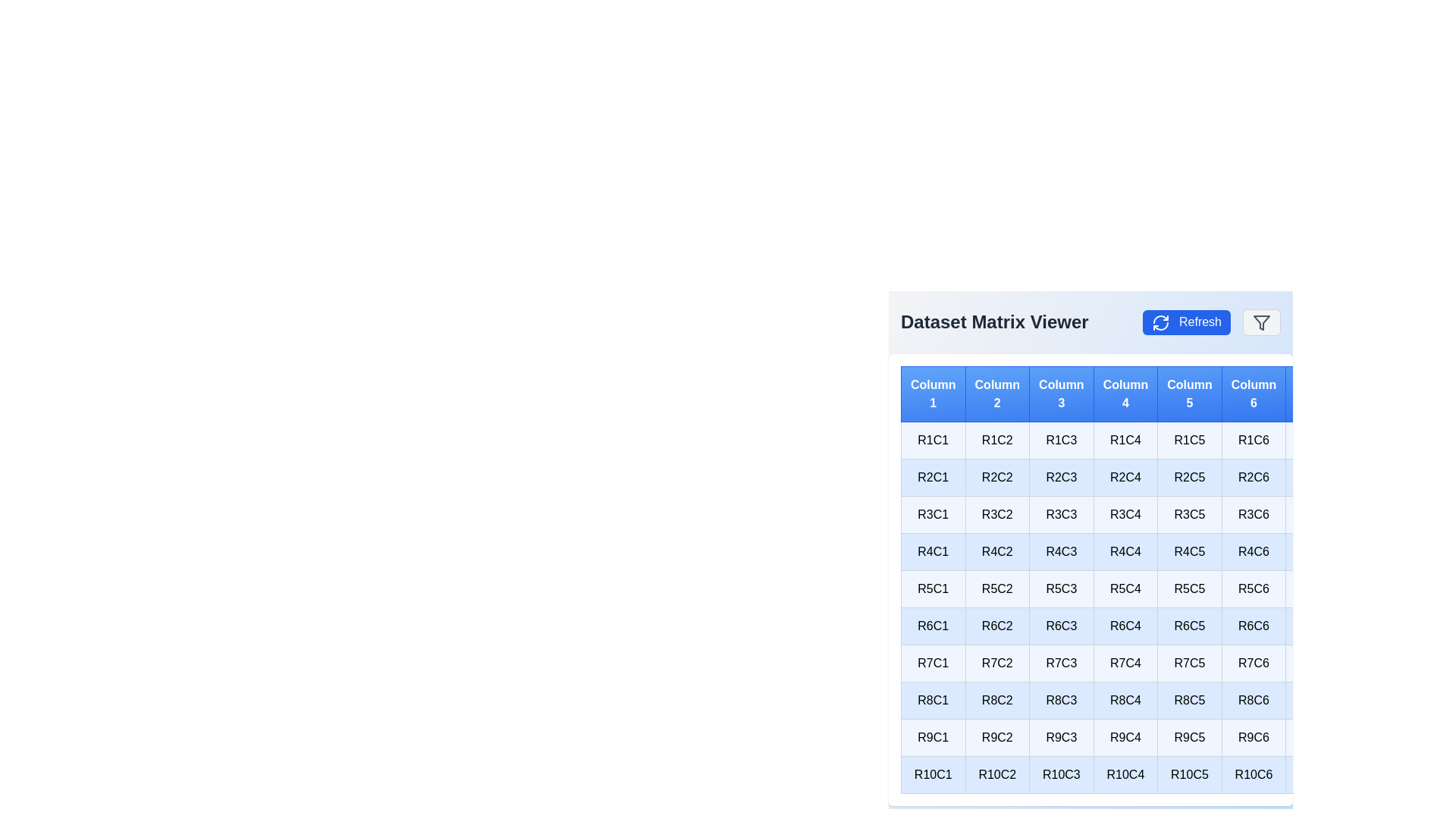 The width and height of the screenshot is (1456, 819). What do you see at coordinates (1262, 321) in the screenshot?
I see `the Filter button to apply filters` at bounding box center [1262, 321].